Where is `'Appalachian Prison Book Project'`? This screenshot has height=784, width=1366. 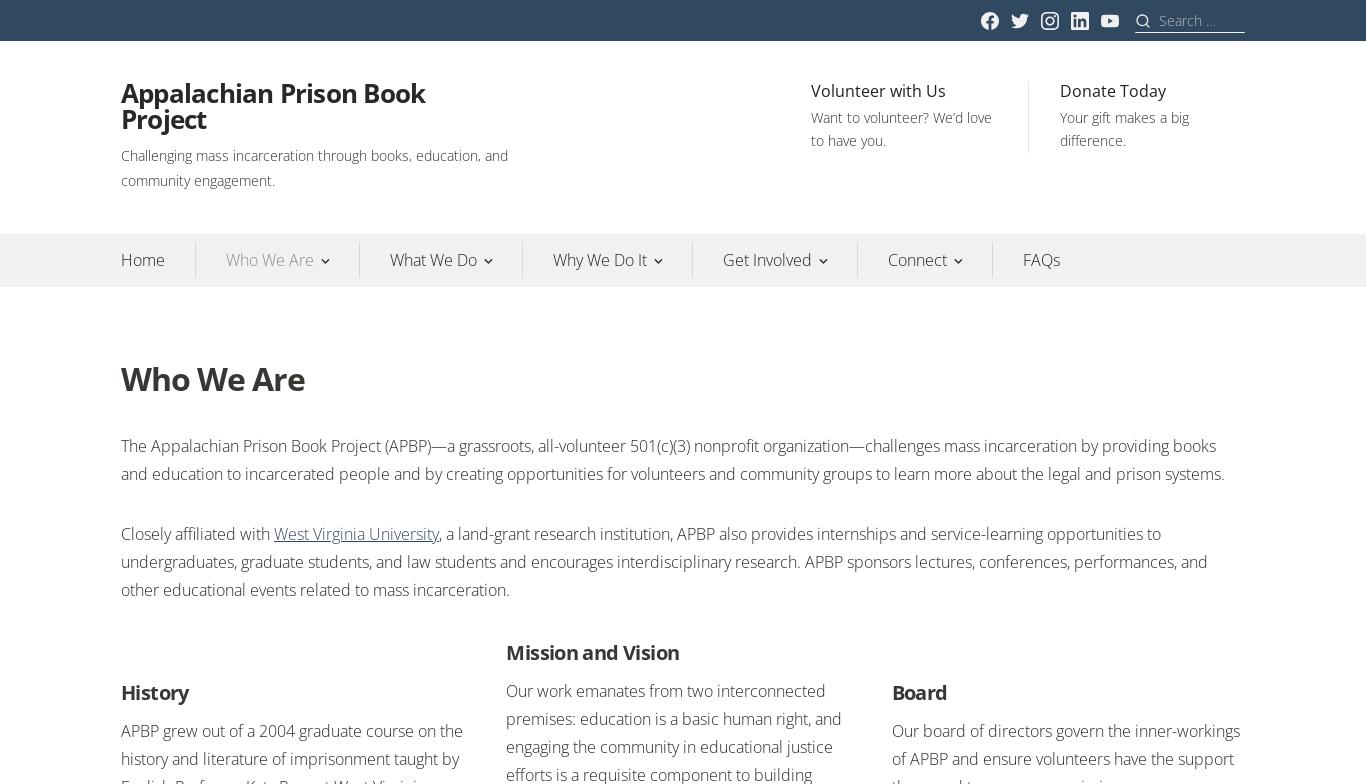 'Appalachian Prison Book Project' is located at coordinates (273, 105).